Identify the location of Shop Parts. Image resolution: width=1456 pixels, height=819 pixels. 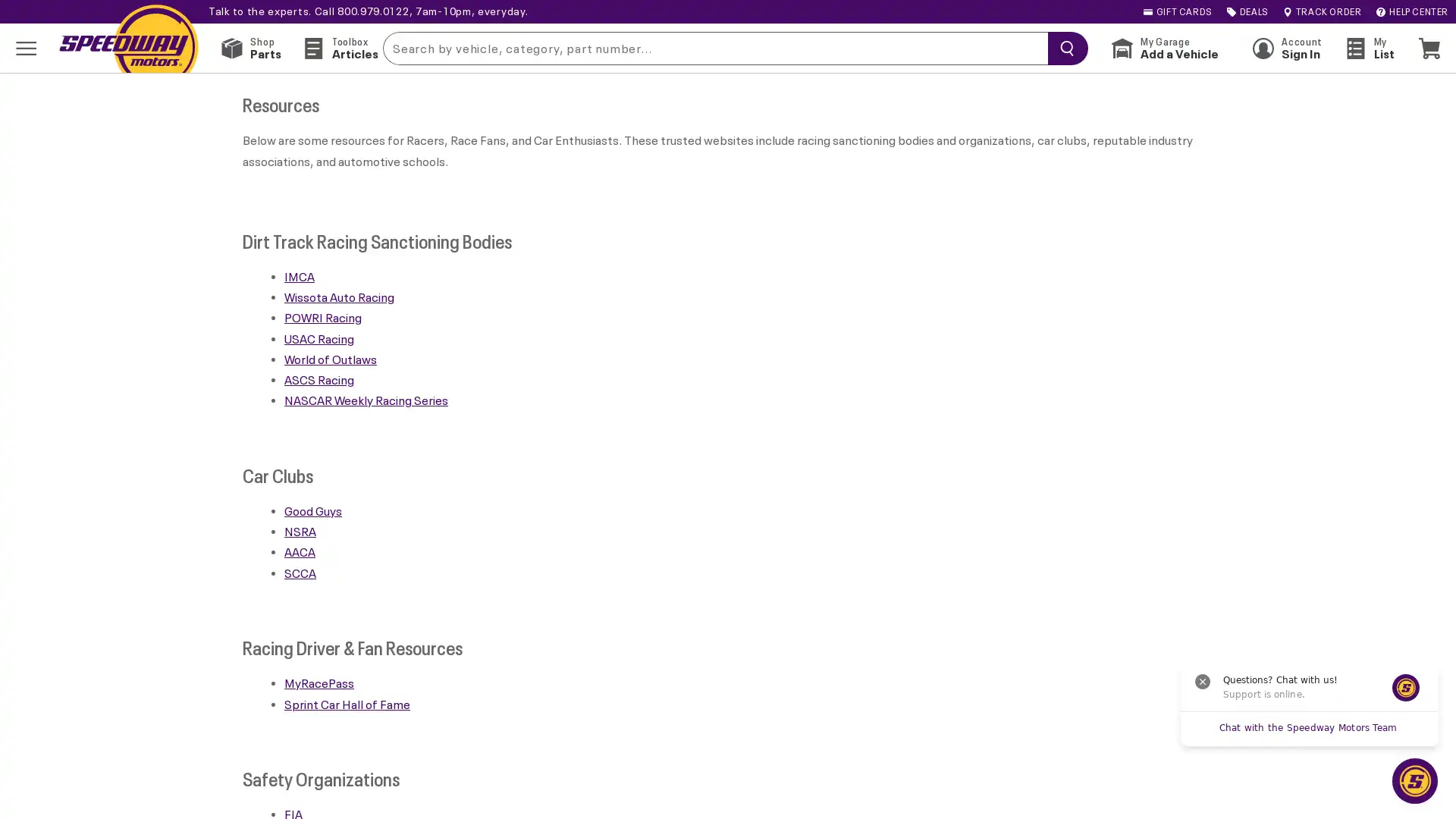
(251, 47).